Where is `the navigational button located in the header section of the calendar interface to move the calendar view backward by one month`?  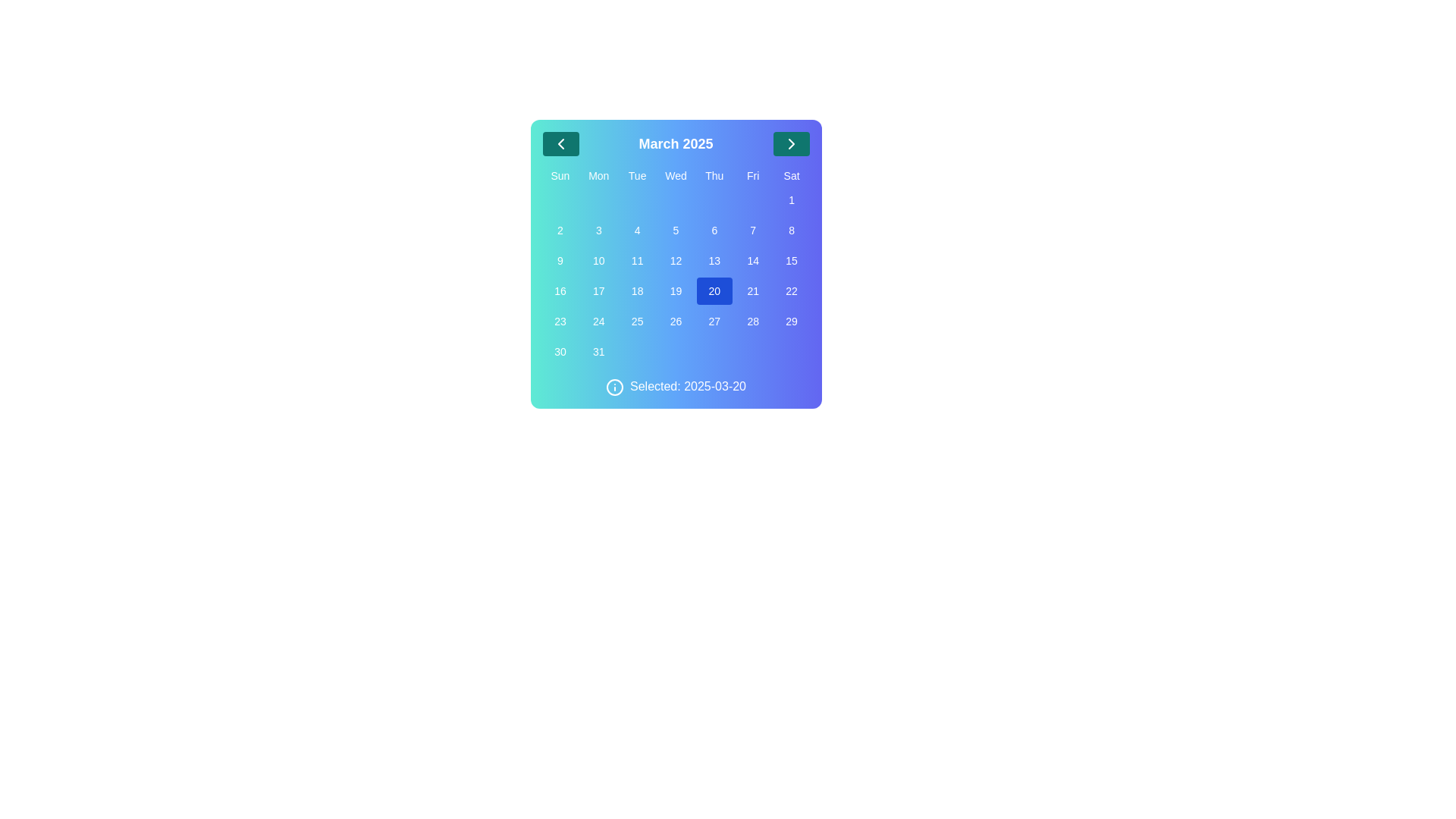
the navigational button located in the header section of the calendar interface to move the calendar view backward by one month is located at coordinates (560, 143).